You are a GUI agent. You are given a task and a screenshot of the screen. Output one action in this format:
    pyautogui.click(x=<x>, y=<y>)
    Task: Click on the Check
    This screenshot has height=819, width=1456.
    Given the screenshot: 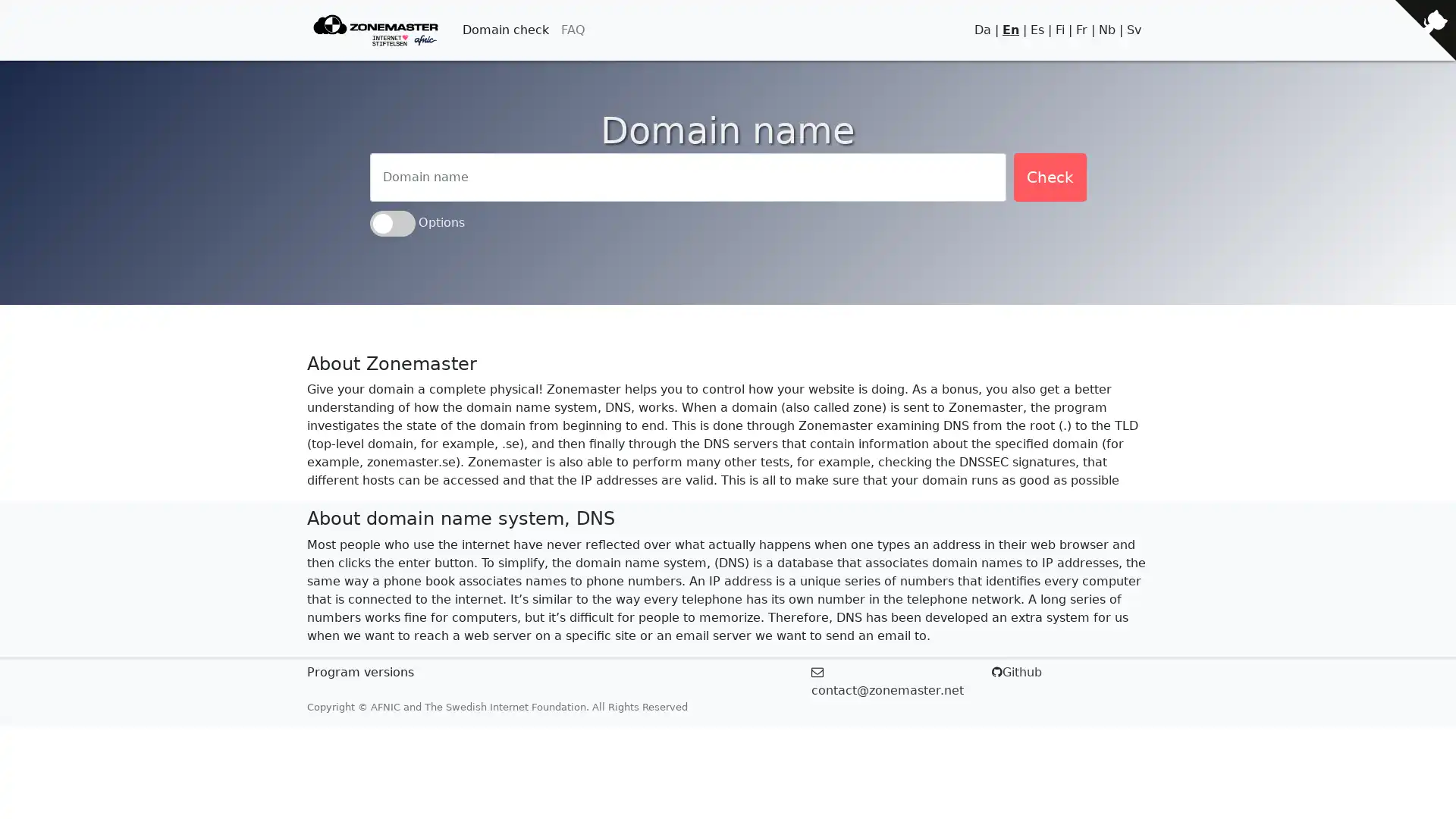 What is the action you would take?
    pyautogui.click(x=1048, y=175)
    